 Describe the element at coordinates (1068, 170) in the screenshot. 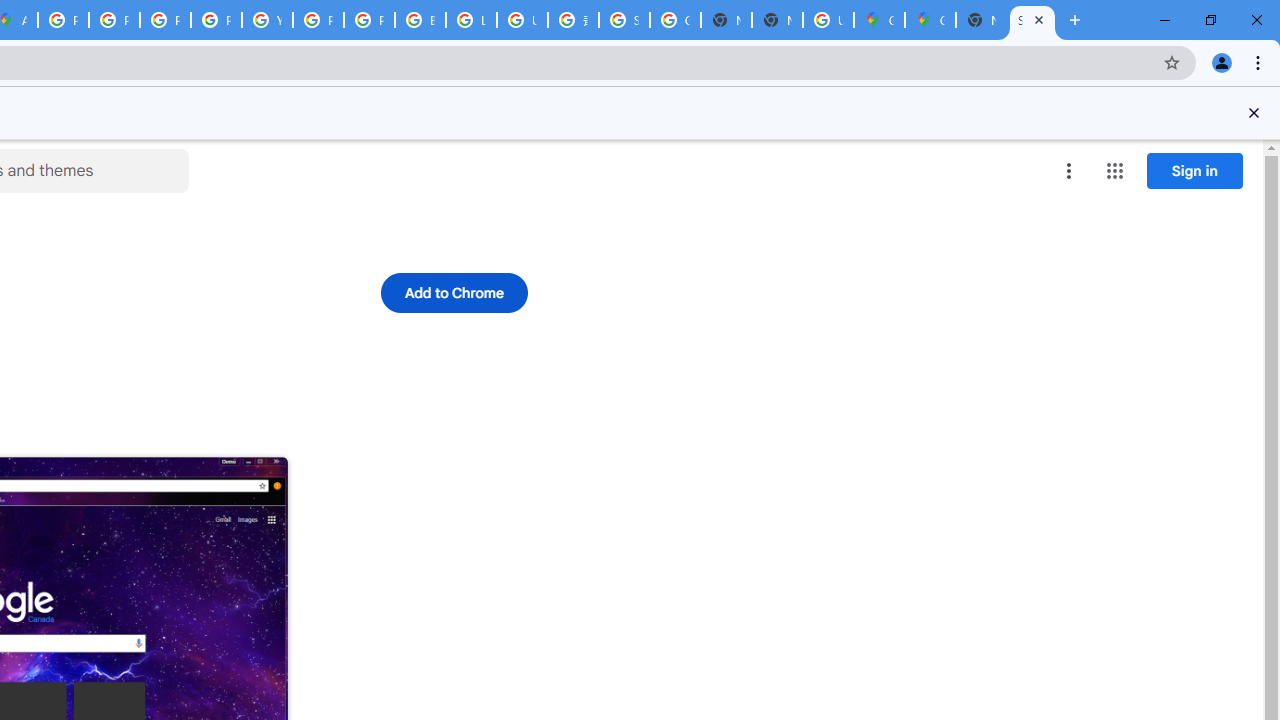

I see `'More options menu'` at that location.